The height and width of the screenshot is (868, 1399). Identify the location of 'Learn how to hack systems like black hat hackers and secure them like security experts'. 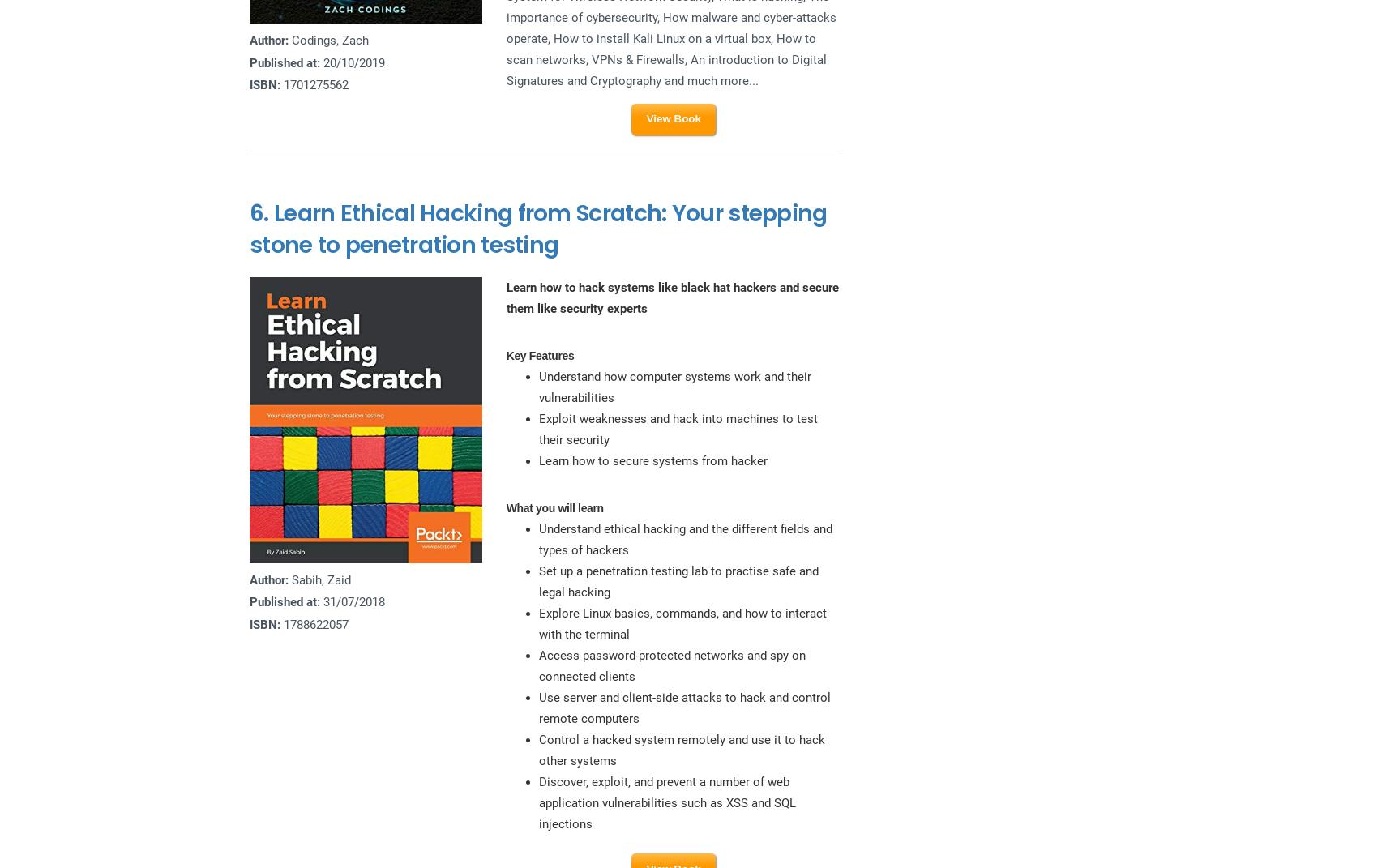
(670, 297).